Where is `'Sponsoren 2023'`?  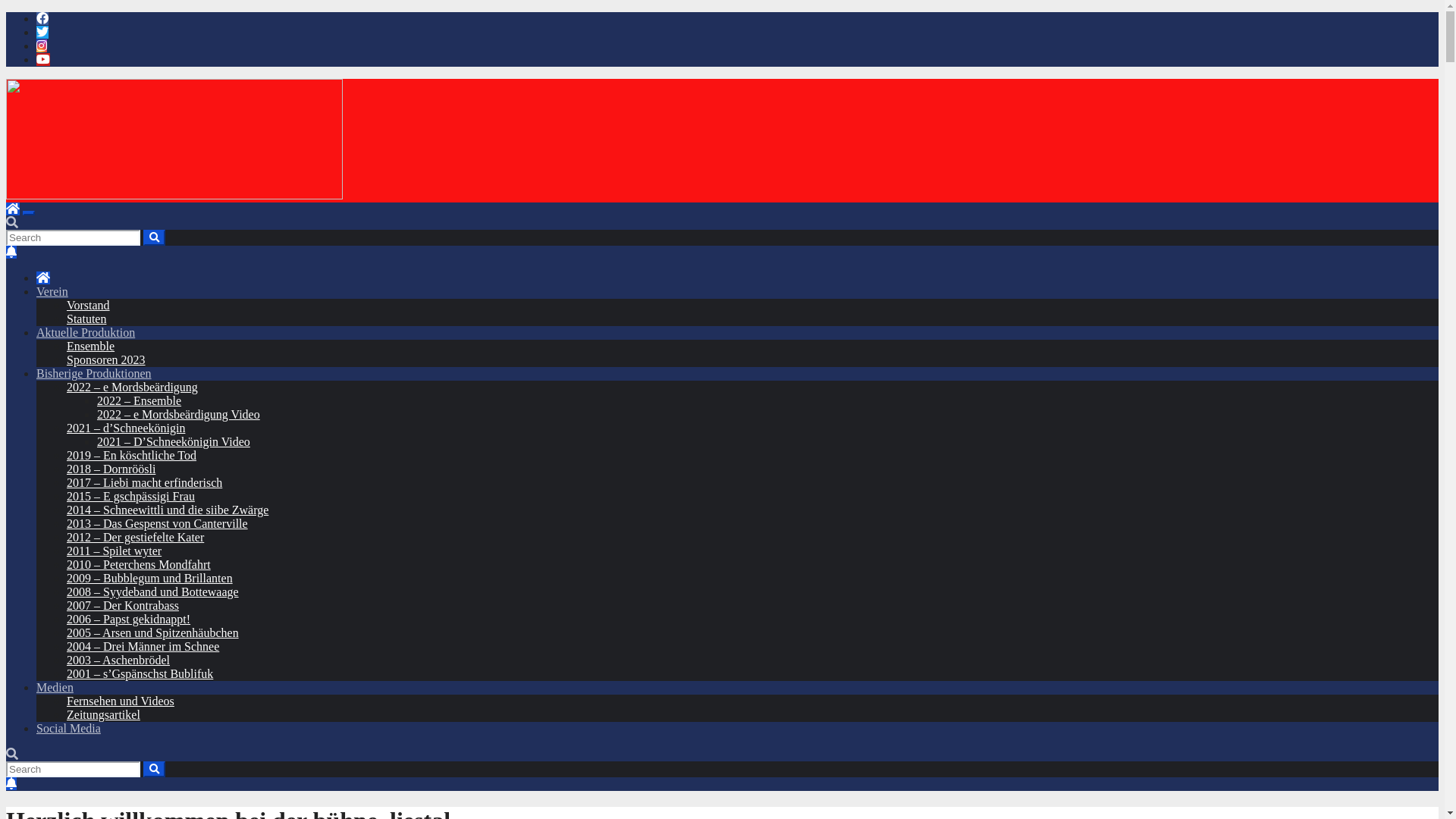
'Sponsoren 2023' is located at coordinates (65, 359).